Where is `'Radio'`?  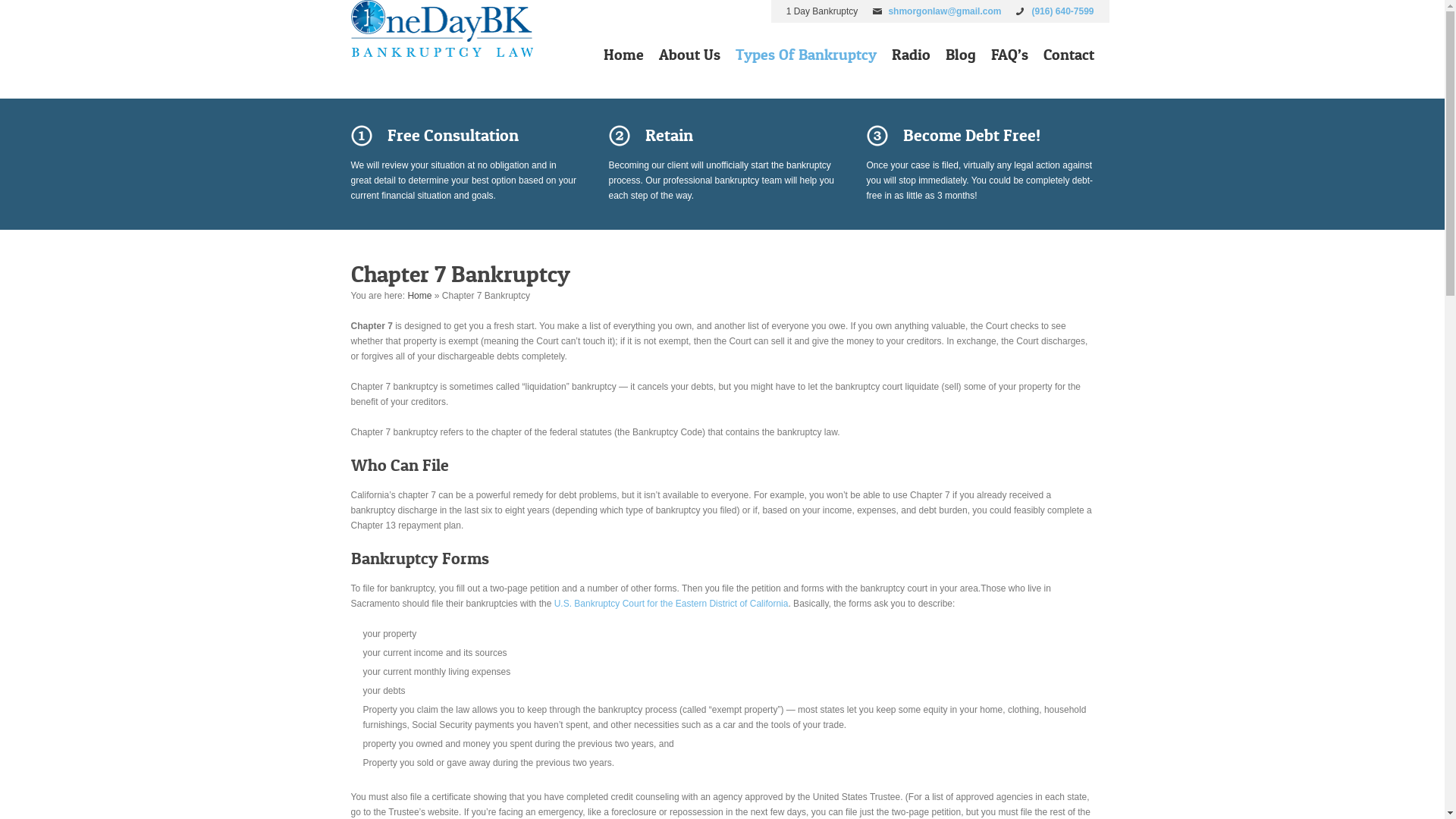
'Radio' is located at coordinates (910, 57).